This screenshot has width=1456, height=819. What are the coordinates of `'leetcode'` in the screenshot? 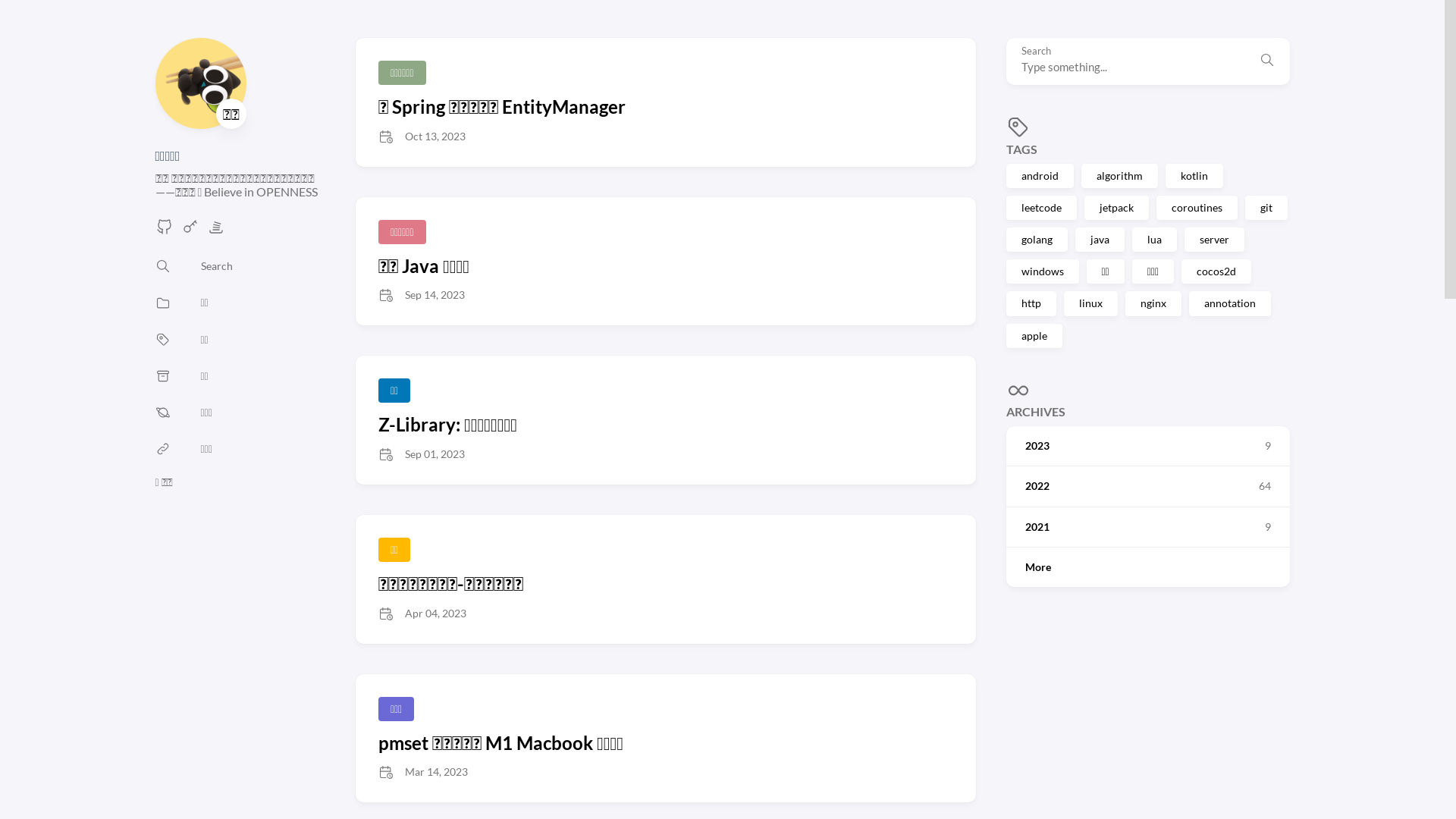 It's located at (1040, 207).